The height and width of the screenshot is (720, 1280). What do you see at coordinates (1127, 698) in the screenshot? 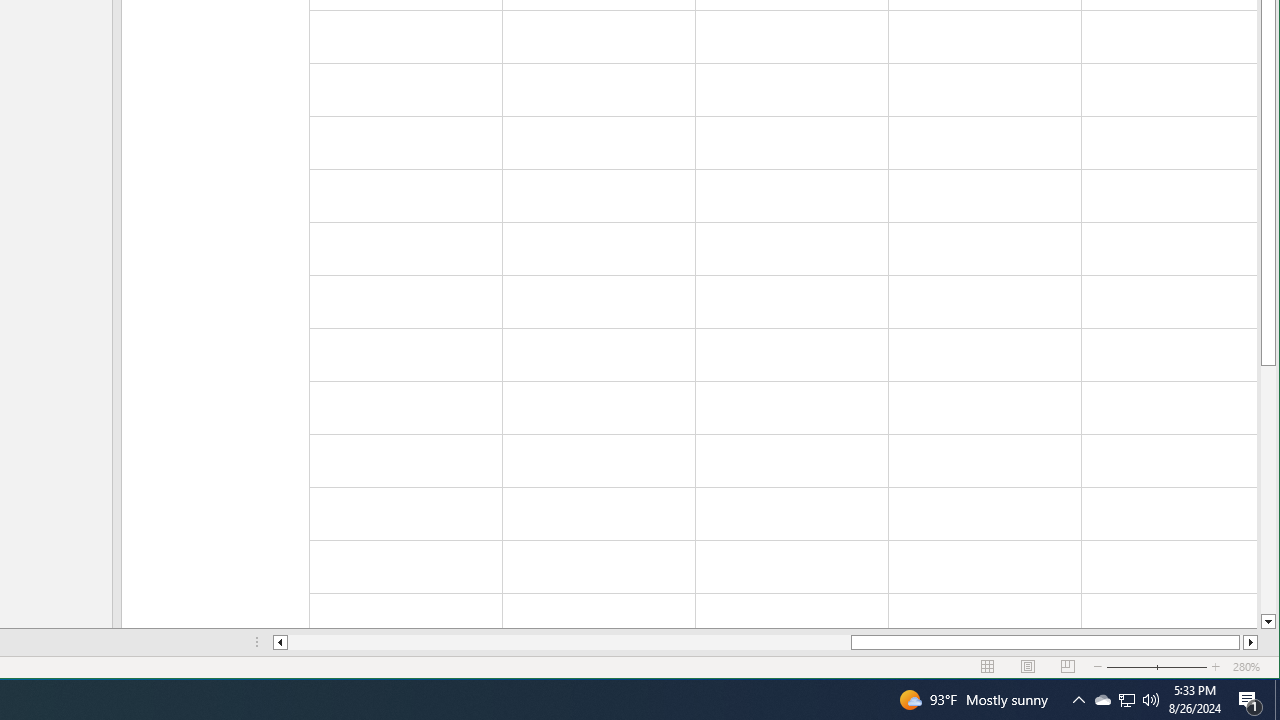
I see `'Notification Chevron'` at bounding box center [1127, 698].